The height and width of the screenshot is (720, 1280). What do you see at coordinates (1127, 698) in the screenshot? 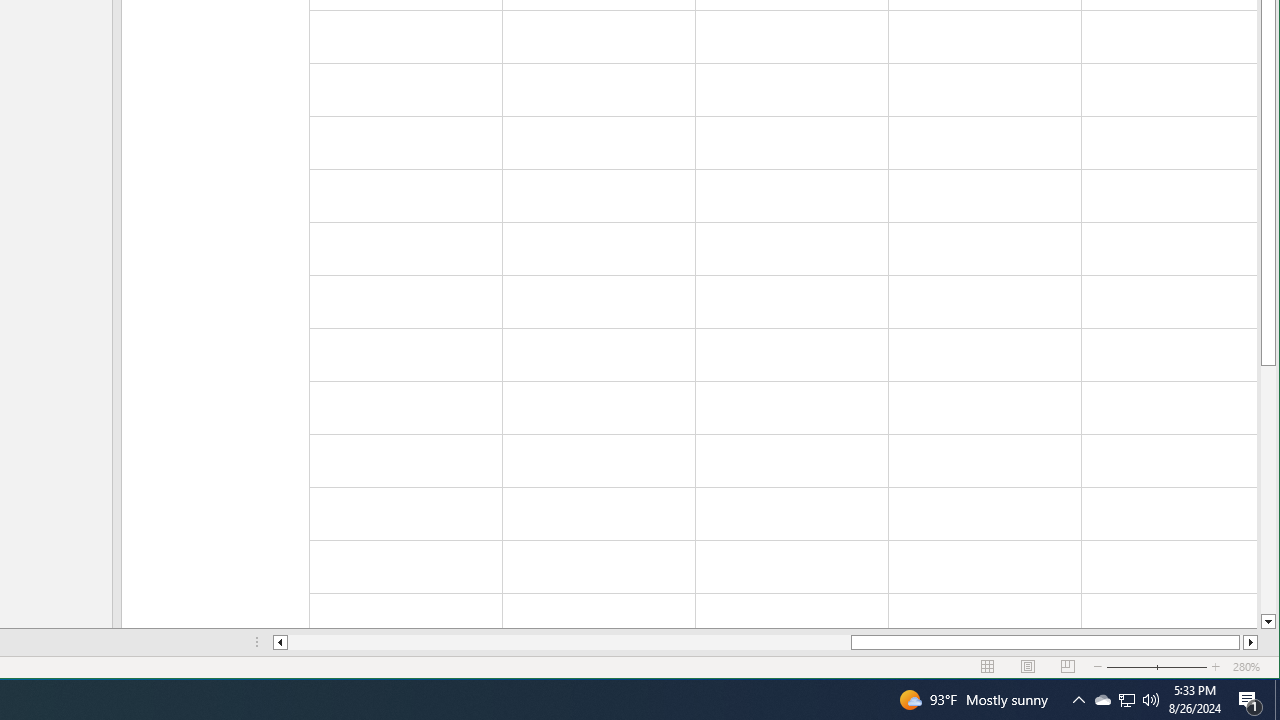
I see `'Notification Chevron'` at bounding box center [1127, 698].